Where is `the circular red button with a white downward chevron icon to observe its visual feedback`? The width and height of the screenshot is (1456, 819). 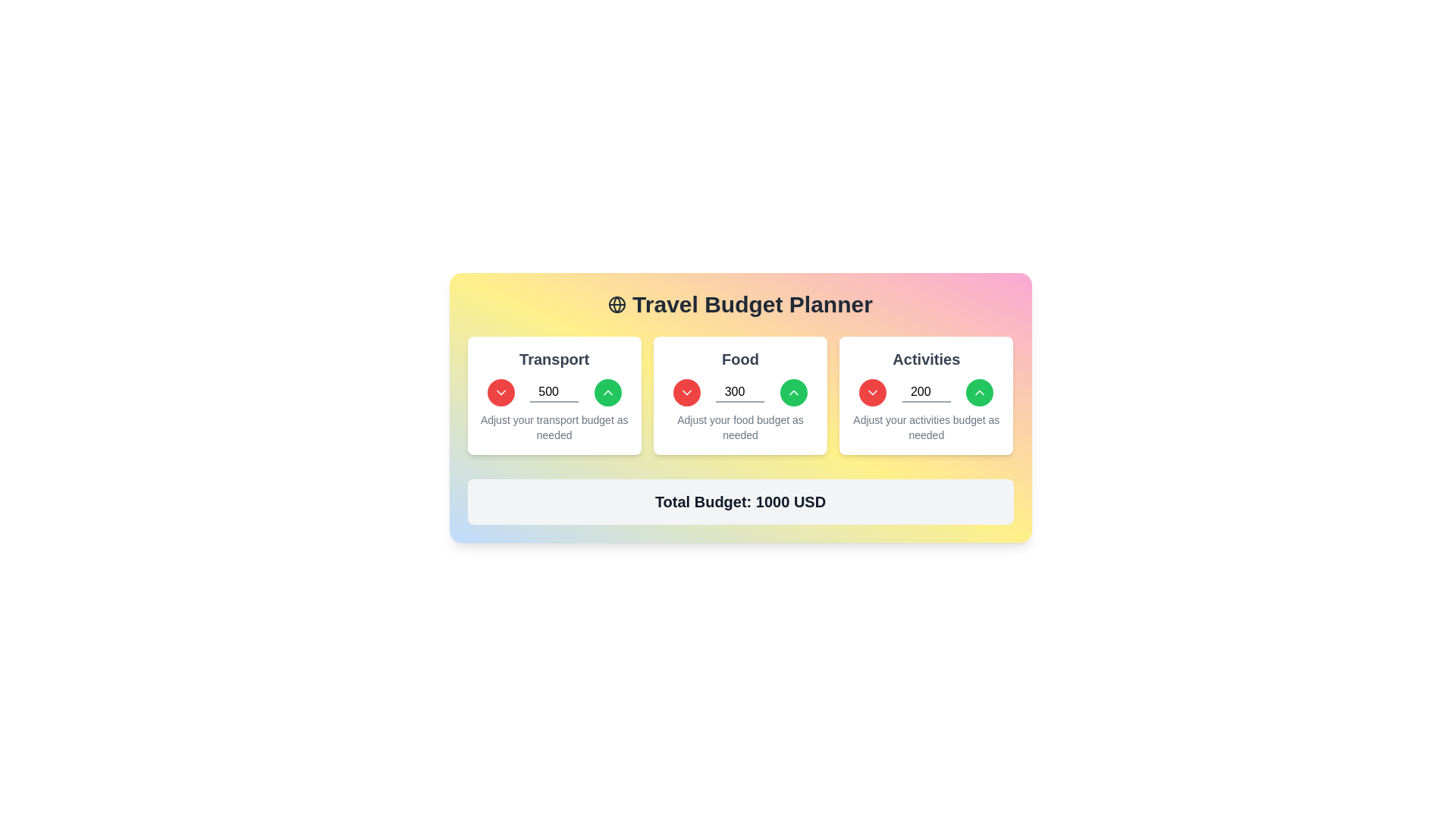 the circular red button with a white downward chevron icon to observe its visual feedback is located at coordinates (500, 391).